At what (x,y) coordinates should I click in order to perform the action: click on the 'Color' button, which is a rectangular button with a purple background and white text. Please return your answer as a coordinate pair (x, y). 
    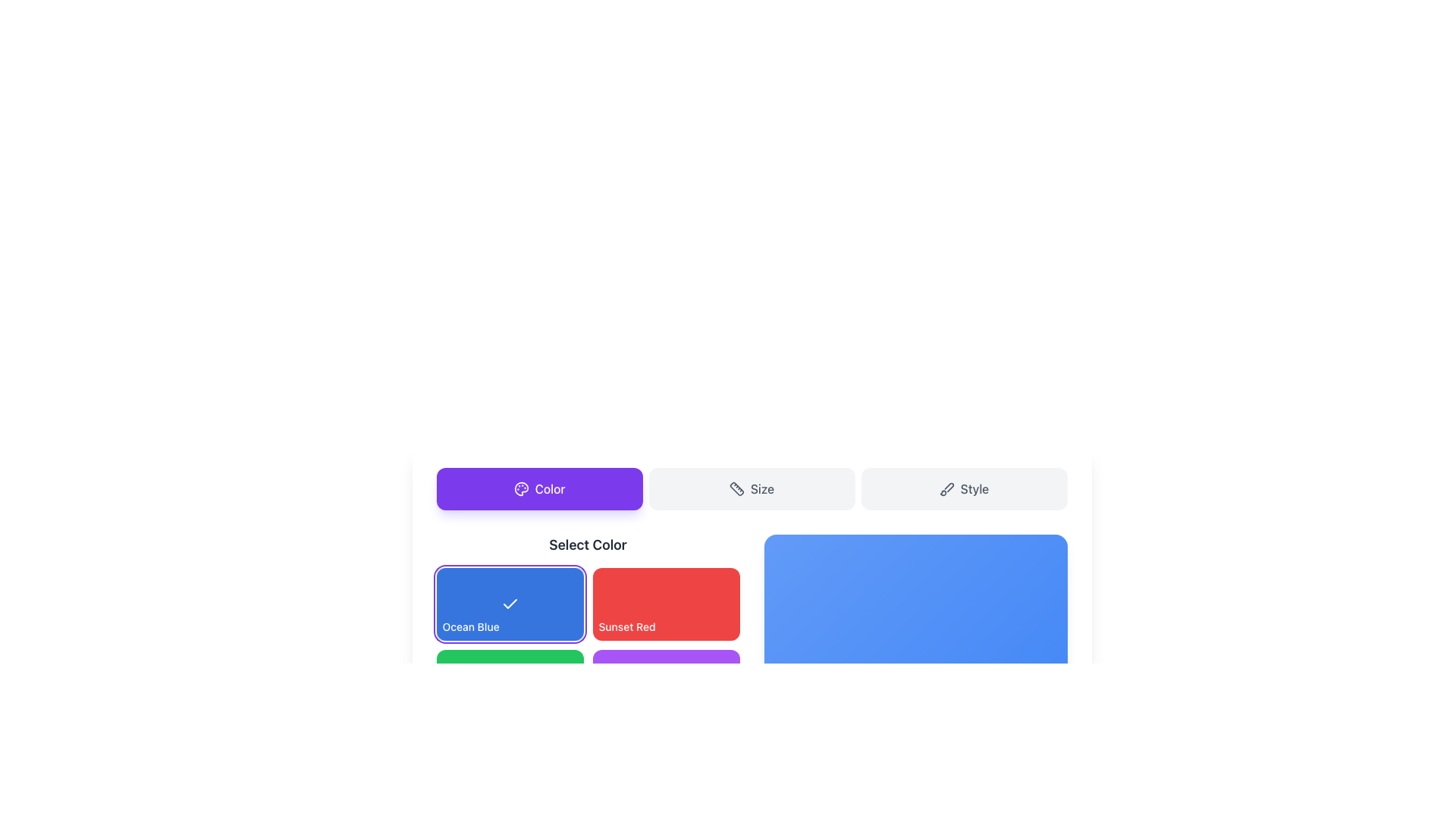
    Looking at the image, I should click on (539, 488).